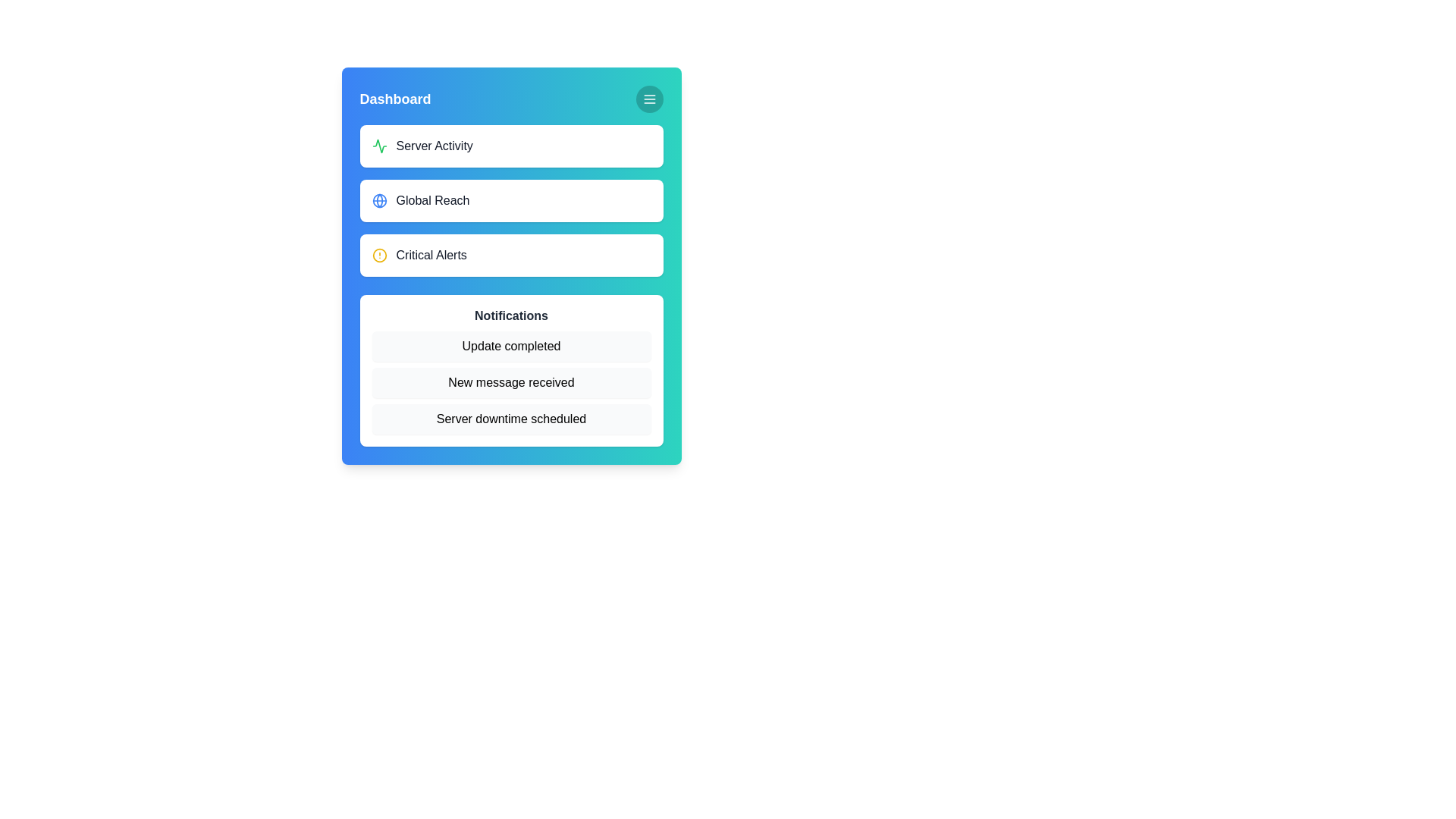 Image resolution: width=1456 pixels, height=819 pixels. What do you see at coordinates (432, 200) in the screenshot?
I see `the static text label indicating 'Global Reach' in the second section of the card, which is located adjacent to a globe-shaped icon` at bounding box center [432, 200].